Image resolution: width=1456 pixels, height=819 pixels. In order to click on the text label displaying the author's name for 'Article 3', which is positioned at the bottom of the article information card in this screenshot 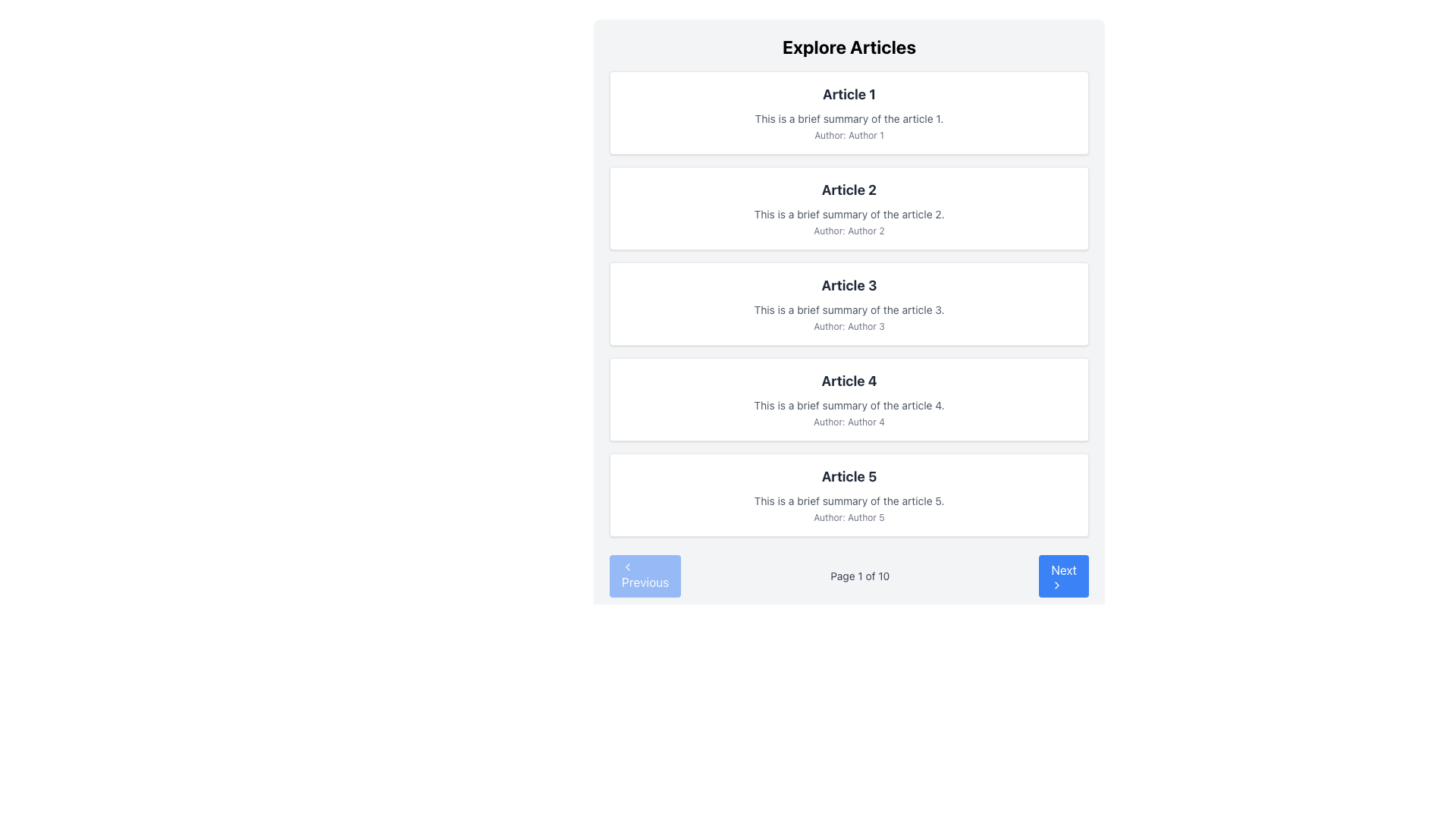, I will do `click(848, 326)`.